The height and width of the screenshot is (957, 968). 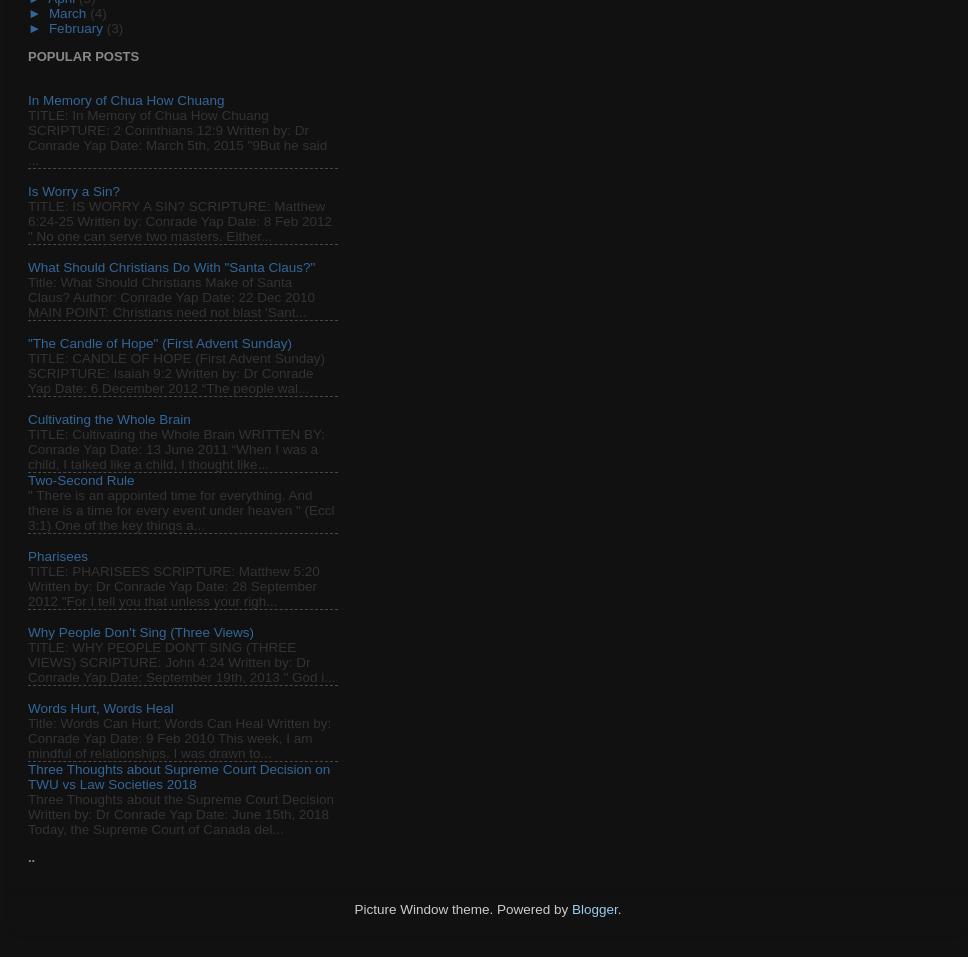 What do you see at coordinates (97, 11) in the screenshot?
I see `'(4)'` at bounding box center [97, 11].